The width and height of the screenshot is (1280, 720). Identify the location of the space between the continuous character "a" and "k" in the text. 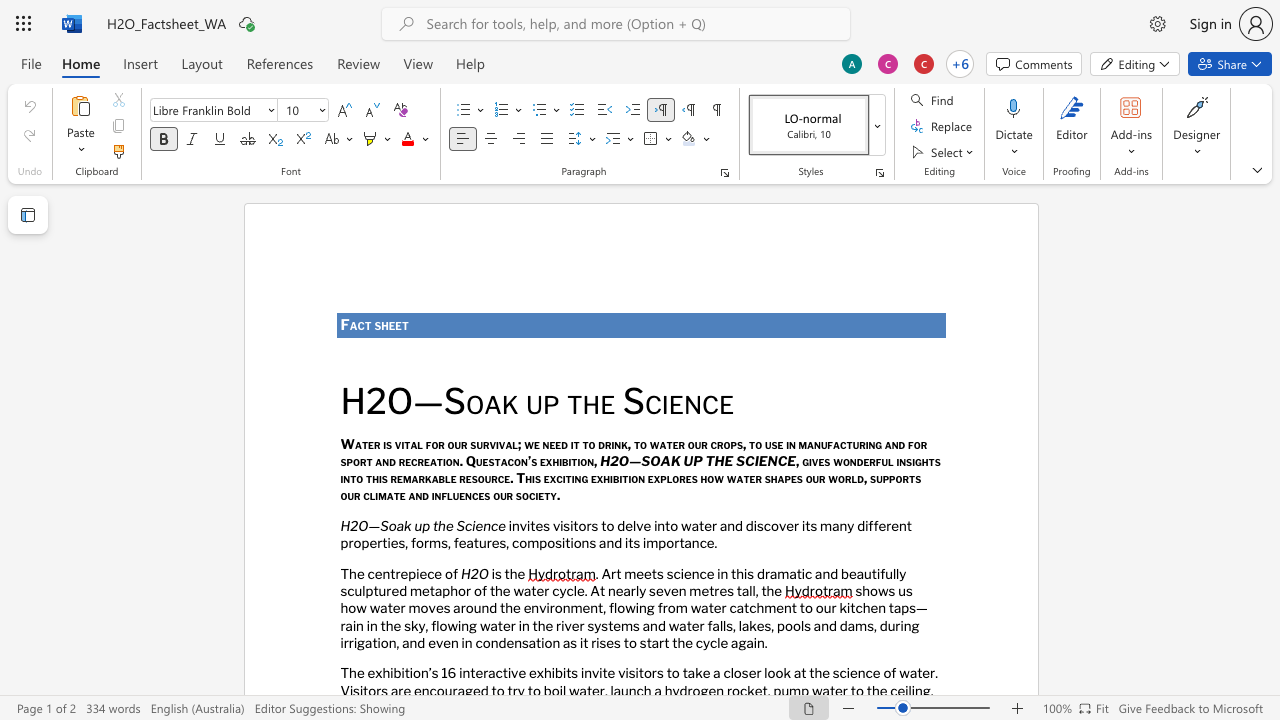
(501, 402).